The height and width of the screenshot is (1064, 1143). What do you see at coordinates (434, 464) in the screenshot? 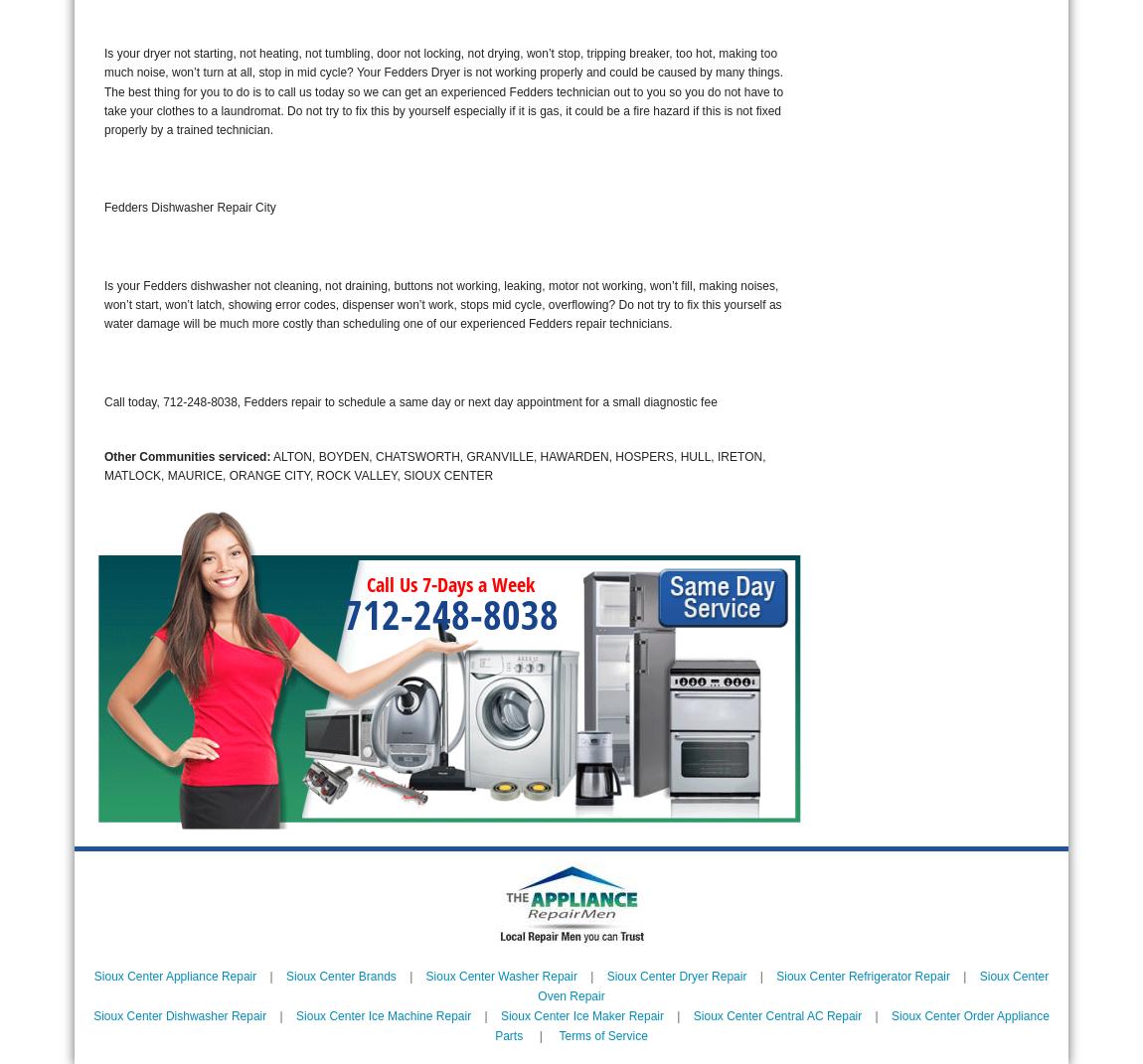
I see `'ALTON, BOYDEN, CHATSWORTH, GRANVILLE, HAWARDEN, HOSPERS, HULL, IRETON, MATLOCK, MAURICE, ORANGE CITY, ROCK VALLEY, SIOUX CENTER'` at bounding box center [434, 464].